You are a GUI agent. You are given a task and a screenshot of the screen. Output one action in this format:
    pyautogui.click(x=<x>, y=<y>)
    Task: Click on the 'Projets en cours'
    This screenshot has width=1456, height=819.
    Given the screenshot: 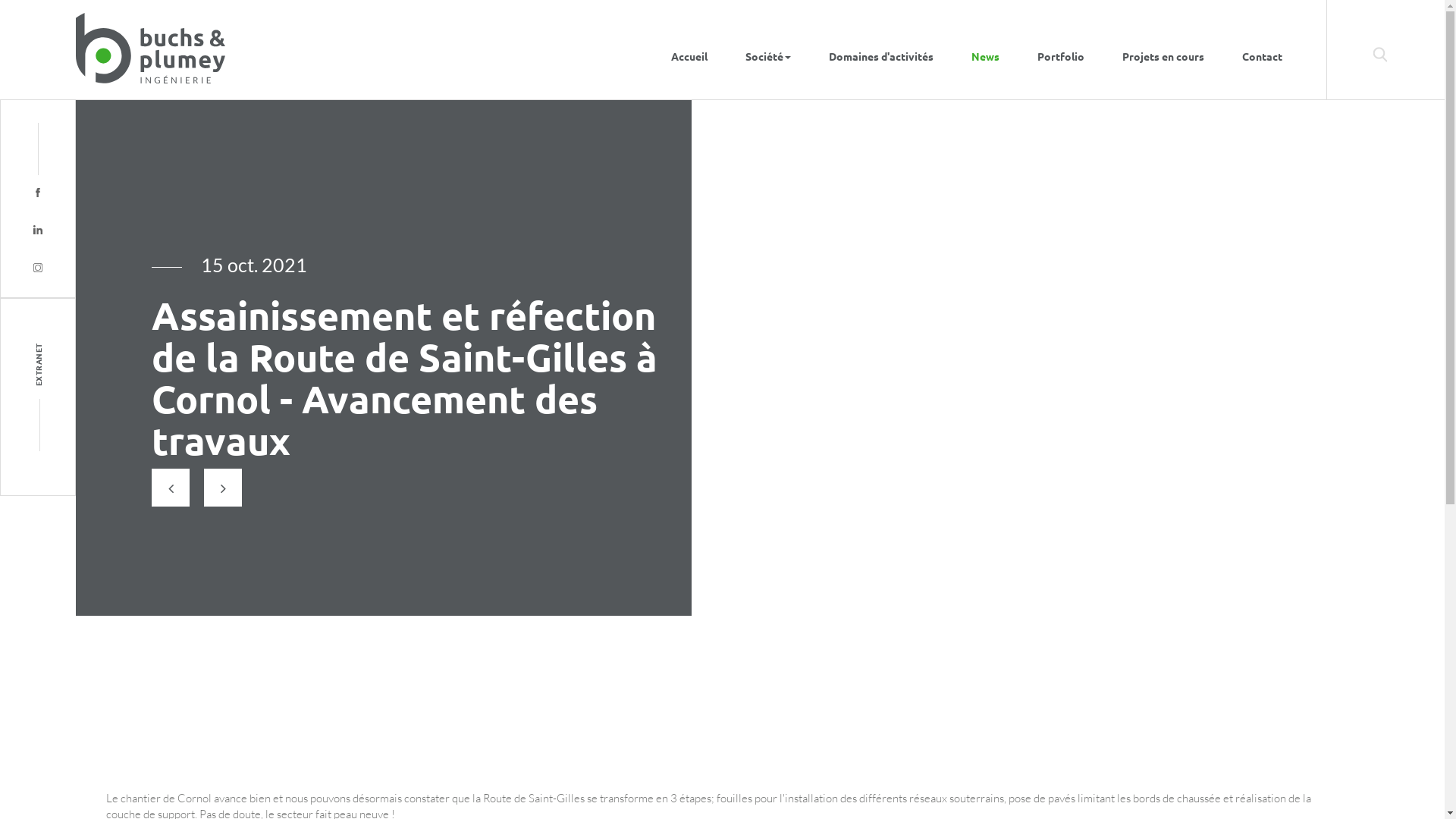 What is the action you would take?
    pyautogui.click(x=1163, y=49)
    